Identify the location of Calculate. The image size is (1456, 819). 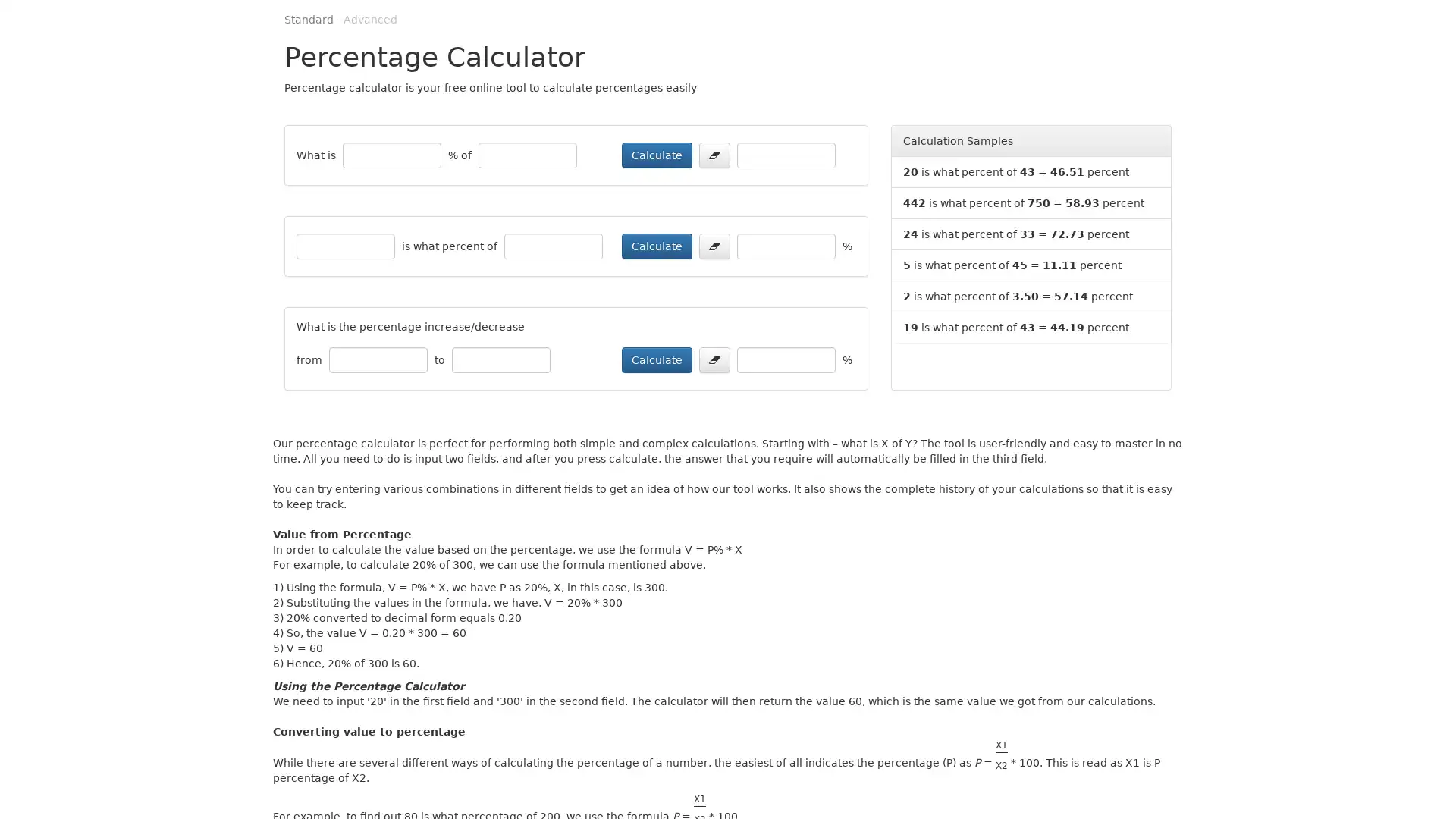
(657, 245).